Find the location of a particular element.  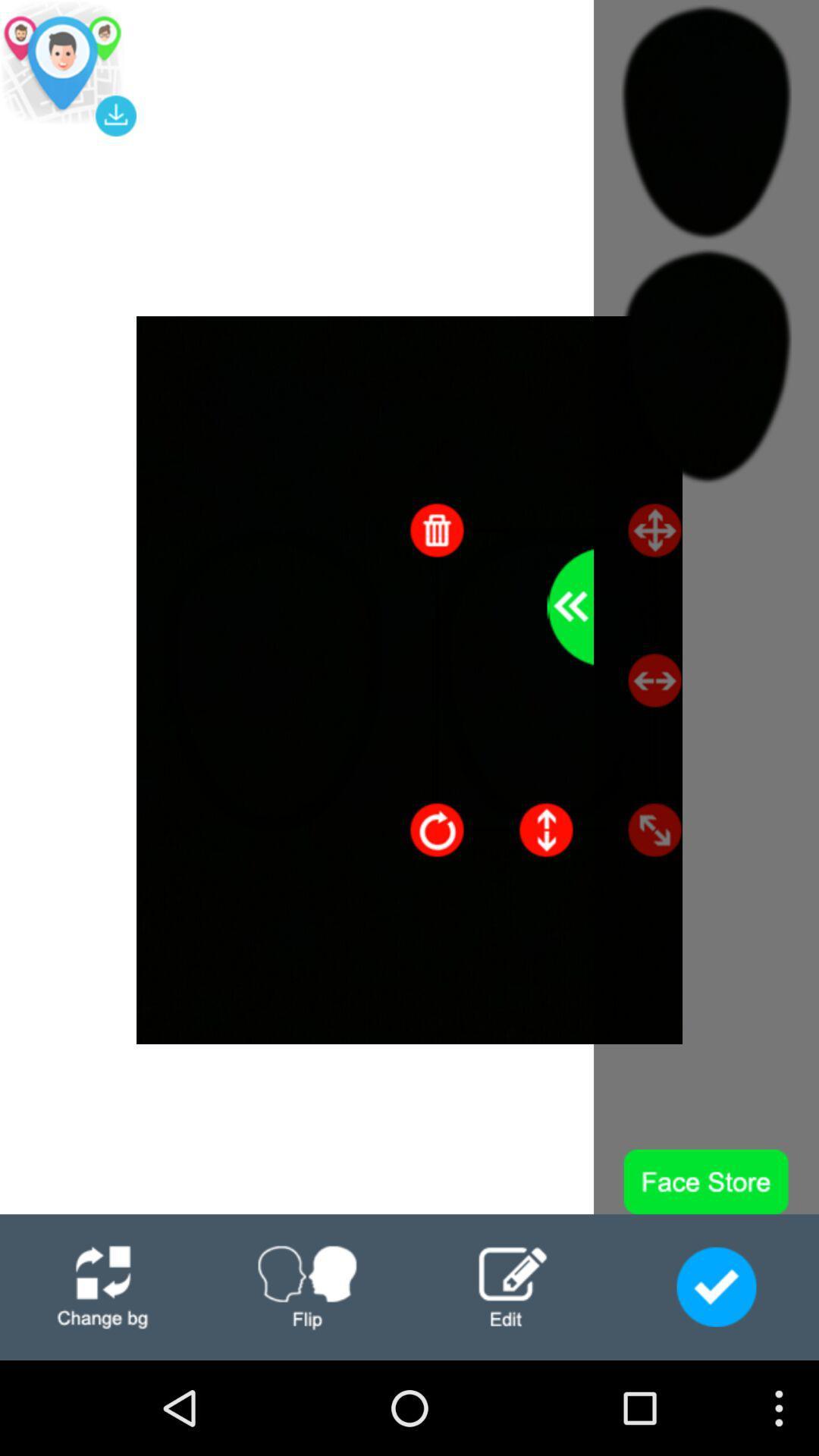

edit button is located at coordinates (512, 1286).